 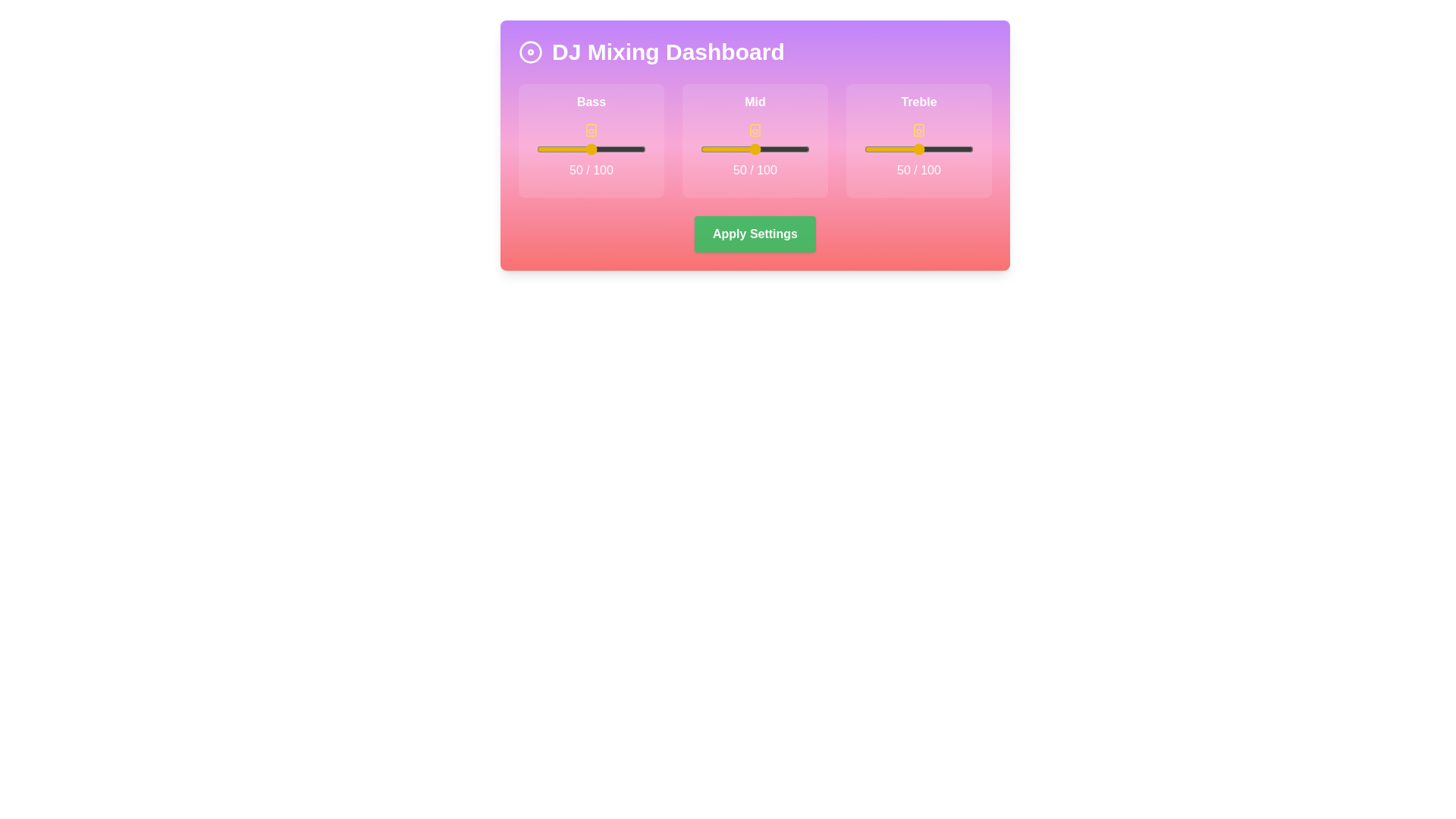 I want to click on the bass slider to set its value to 42, so click(x=582, y=149).